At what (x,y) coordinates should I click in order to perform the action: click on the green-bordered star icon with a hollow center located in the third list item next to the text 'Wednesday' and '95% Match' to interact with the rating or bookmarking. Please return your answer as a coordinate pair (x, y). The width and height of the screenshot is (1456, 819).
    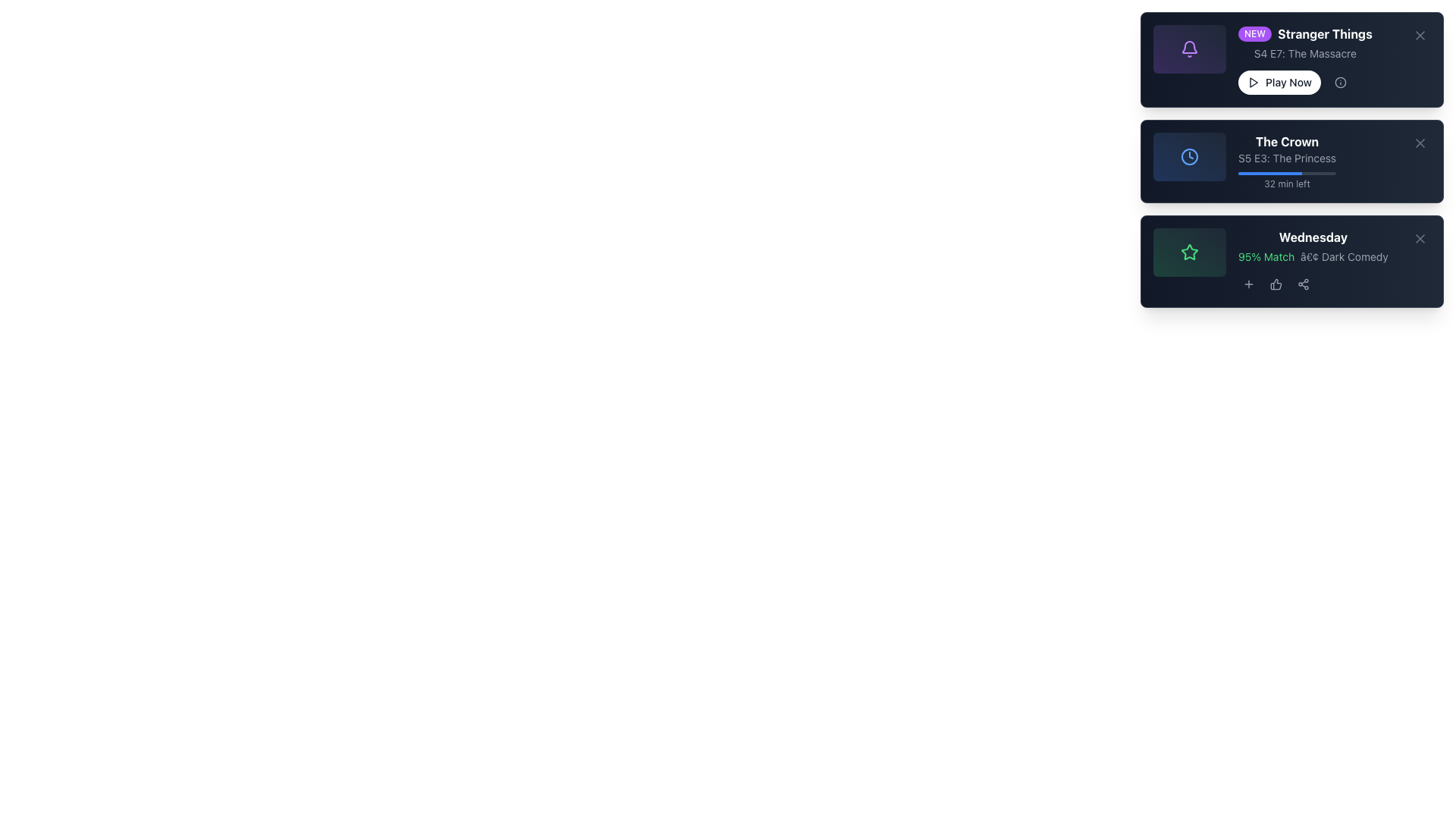
    Looking at the image, I should click on (1188, 250).